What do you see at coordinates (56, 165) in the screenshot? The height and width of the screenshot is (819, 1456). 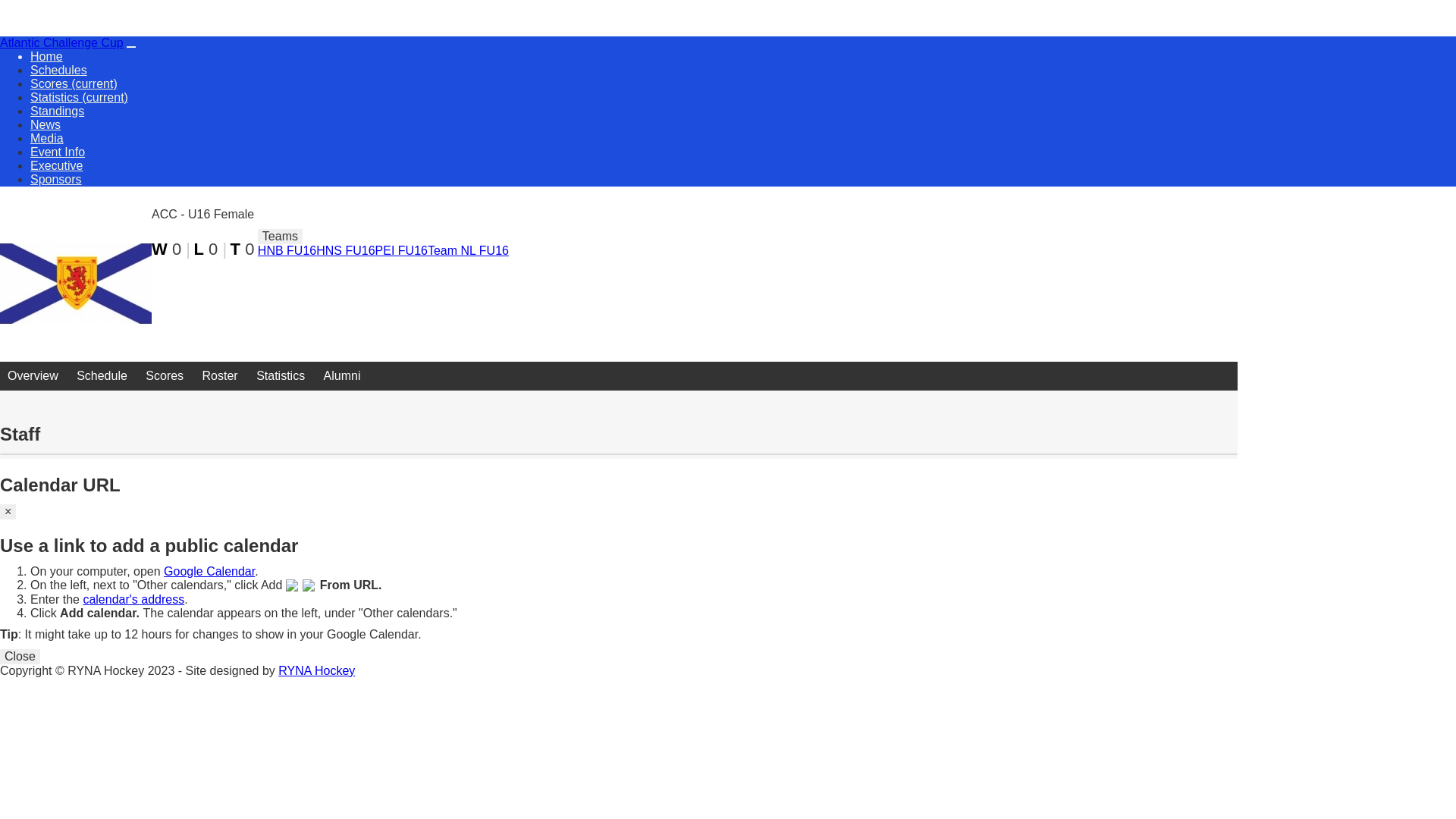 I see `'Executive'` at bounding box center [56, 165].